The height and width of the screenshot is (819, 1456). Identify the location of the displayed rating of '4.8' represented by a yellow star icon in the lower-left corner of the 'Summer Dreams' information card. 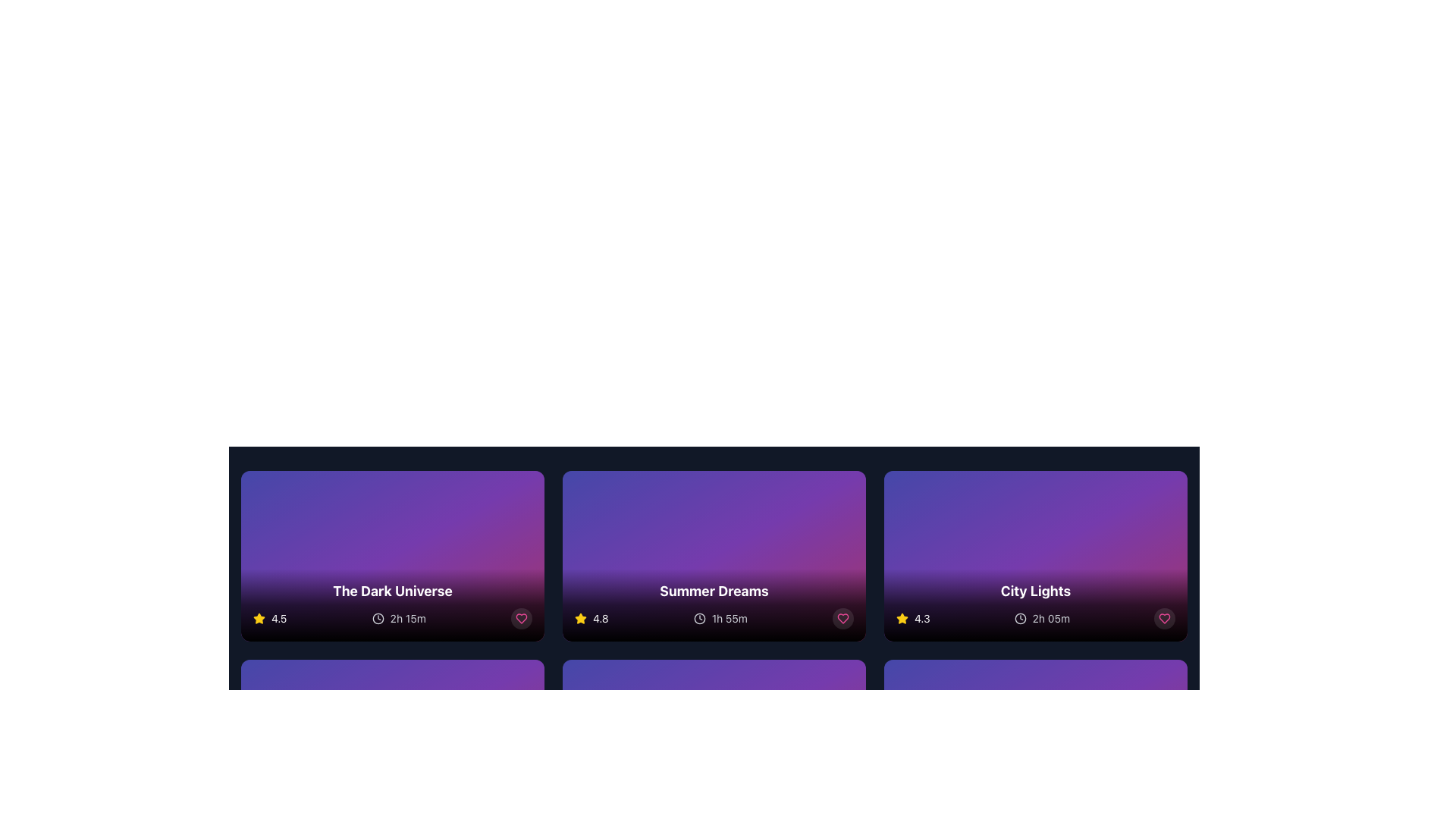
(591, 619).